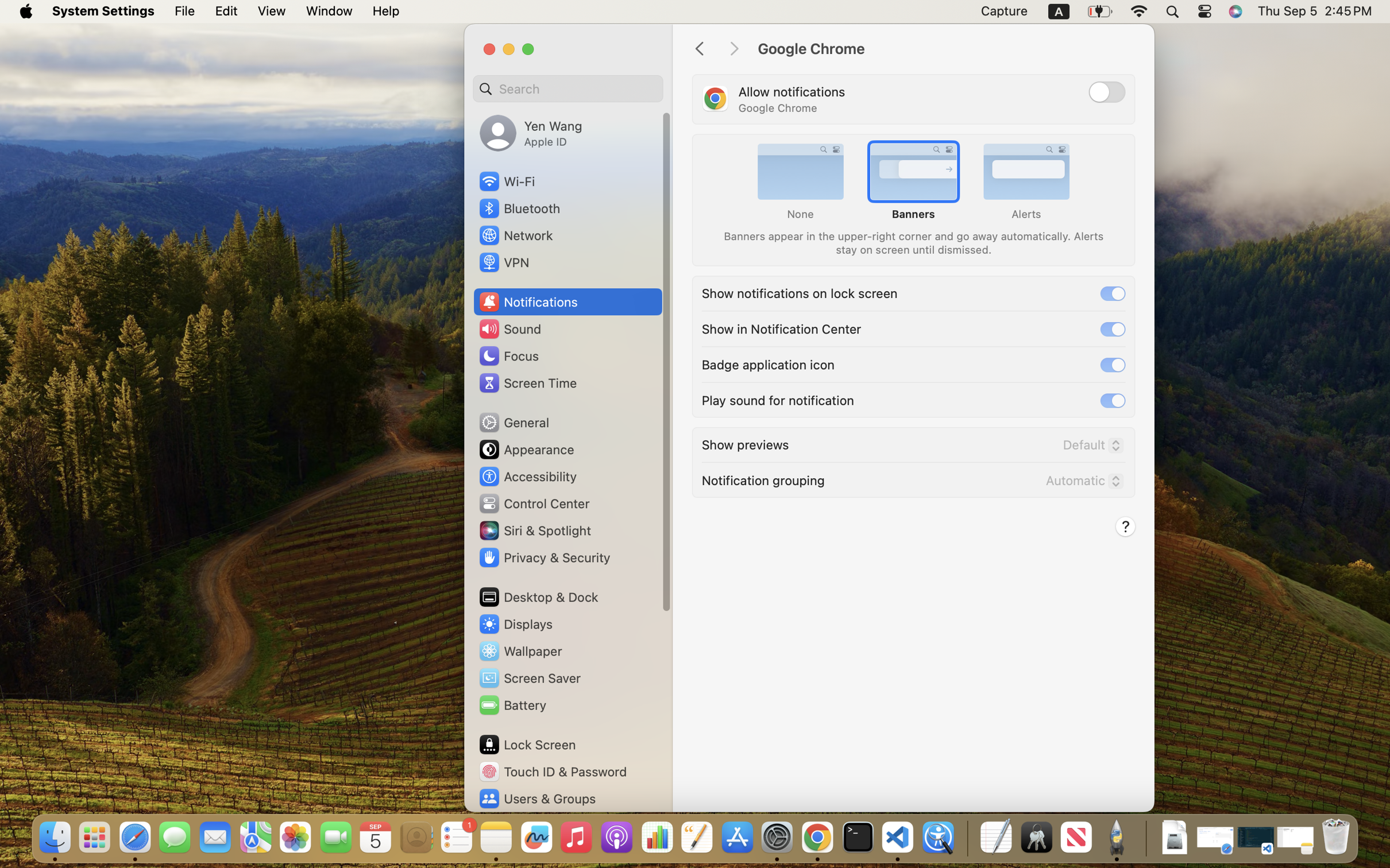 Image resolution: width=1390 pixels, height=868 pixels. Describe the element at coordinates (527, 476) in the screenshot. I see `'Accessibility'` at that location.